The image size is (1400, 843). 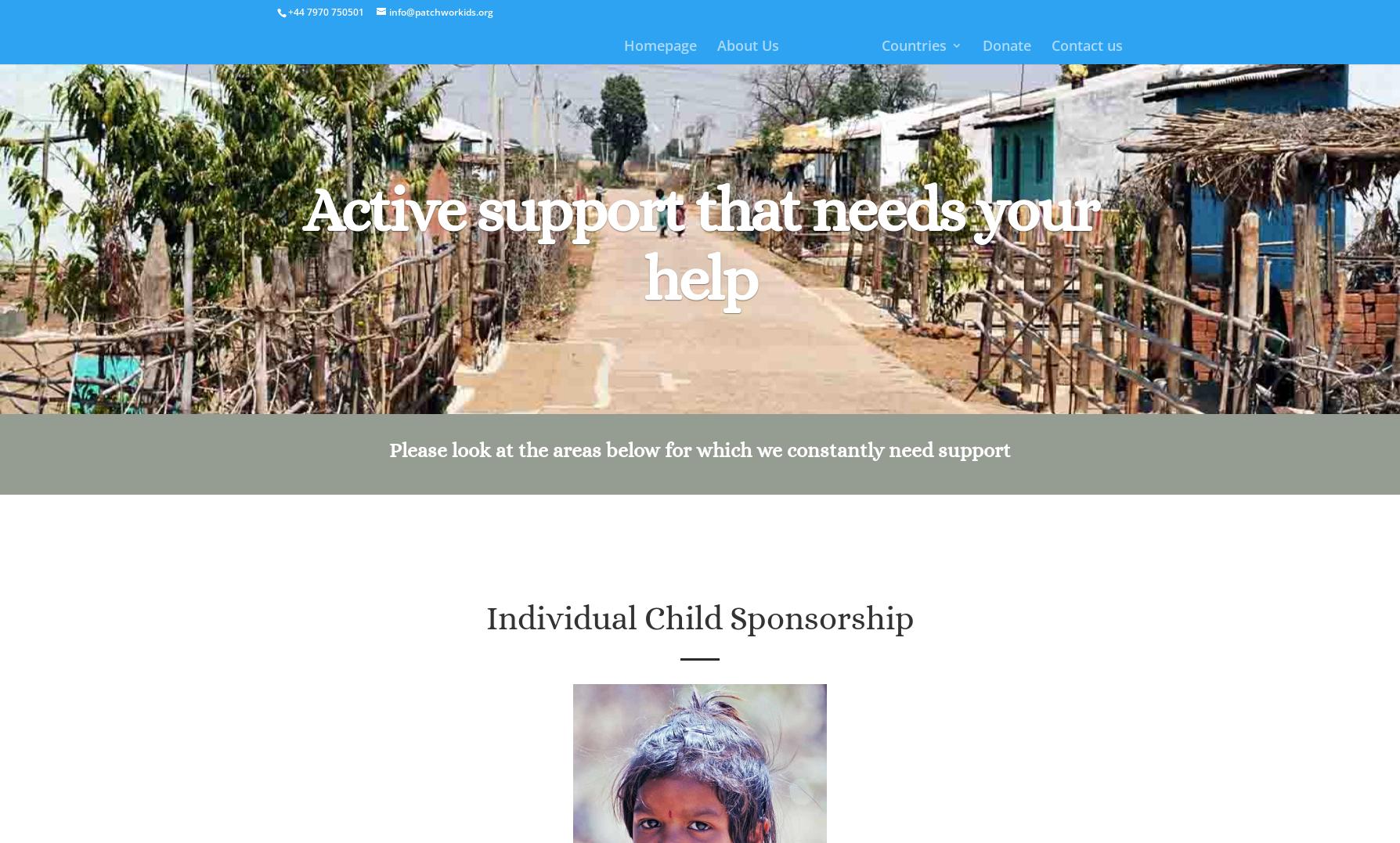 I want to click on 'India', so click(x=929, y=95).